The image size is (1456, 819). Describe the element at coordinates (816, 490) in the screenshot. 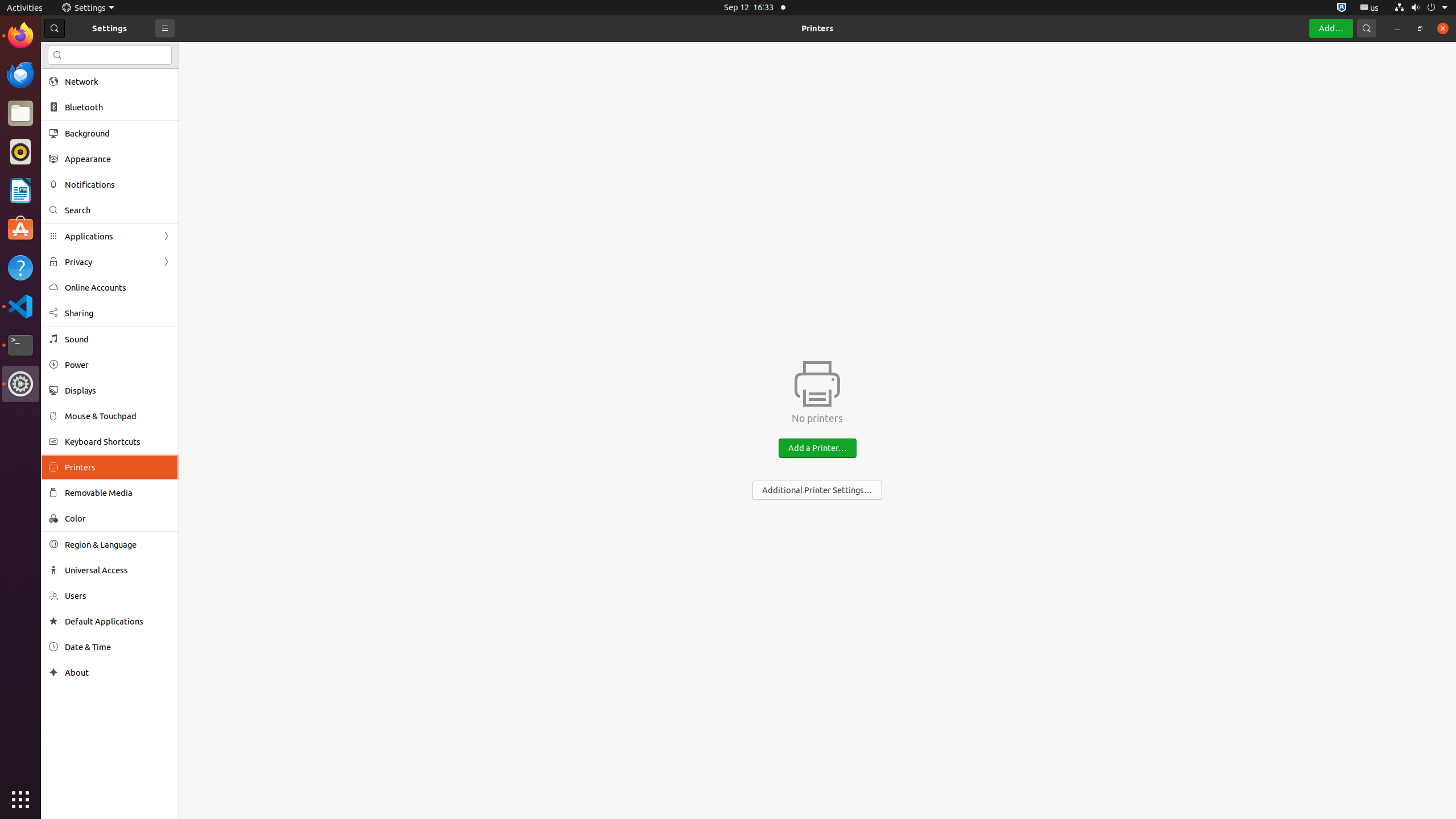

I see `'Additional Printer Settings…'` at that location.